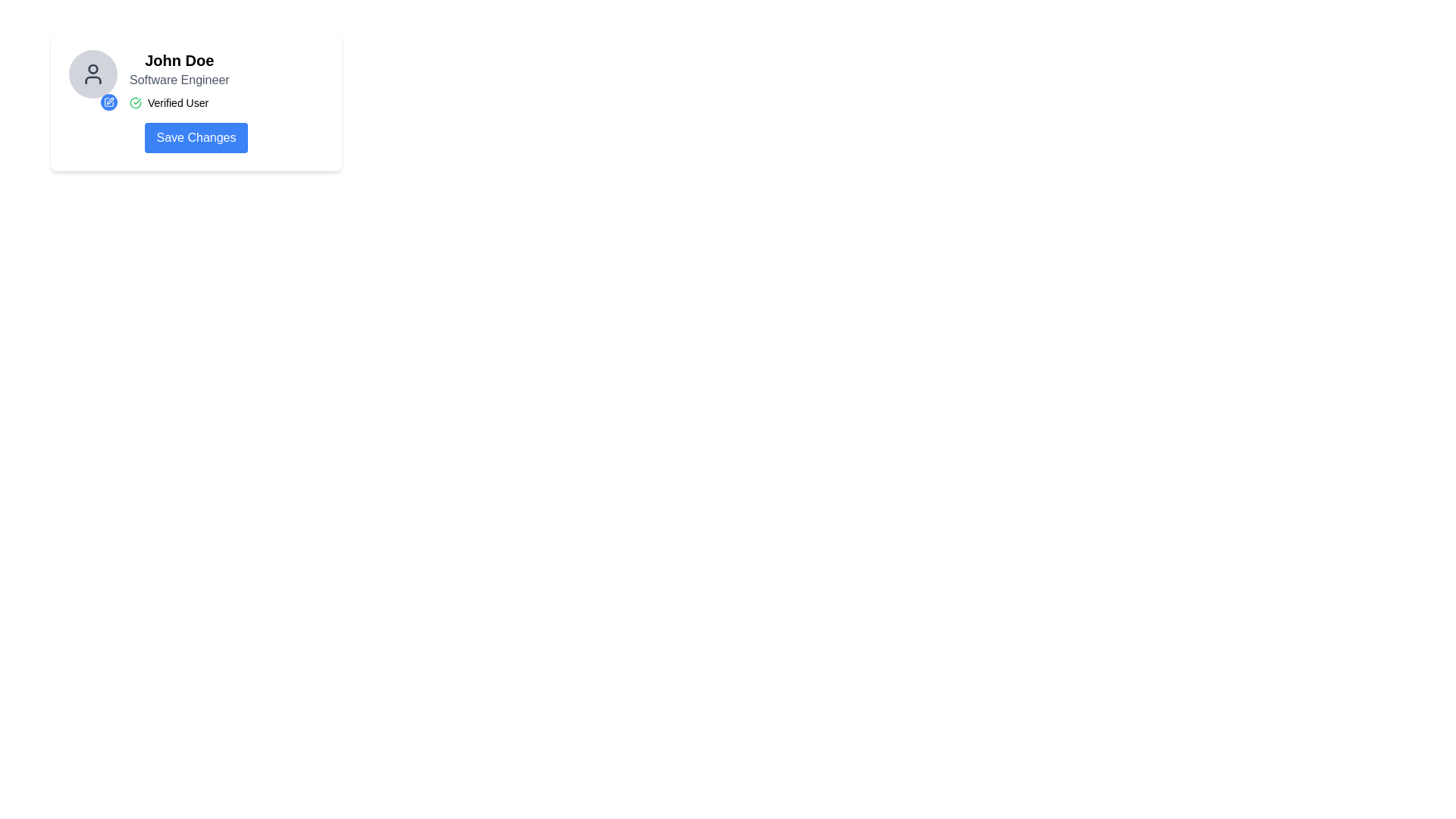 Image resolution: width=1456 pixels, height=819 pixels. What do you see at coordinates (135, 102) in the screenshot?
I see `the circular green checkmark icon indicating verification, located to the left of the 'Verified User' text` at bounding box center [135, 102].